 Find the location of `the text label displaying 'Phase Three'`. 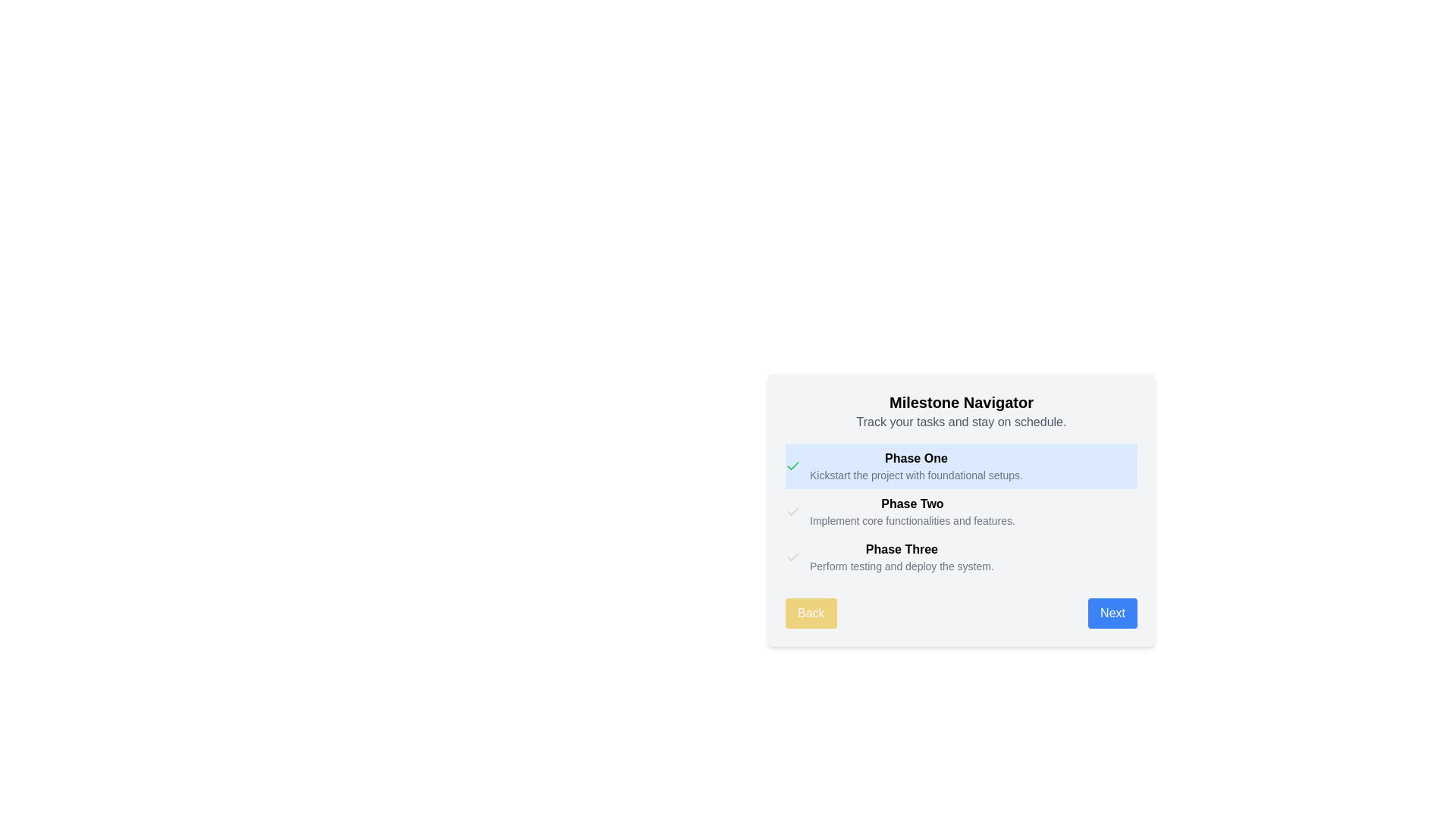

the text label displaying 'Phase Three' is located at coordinates (902, 550).